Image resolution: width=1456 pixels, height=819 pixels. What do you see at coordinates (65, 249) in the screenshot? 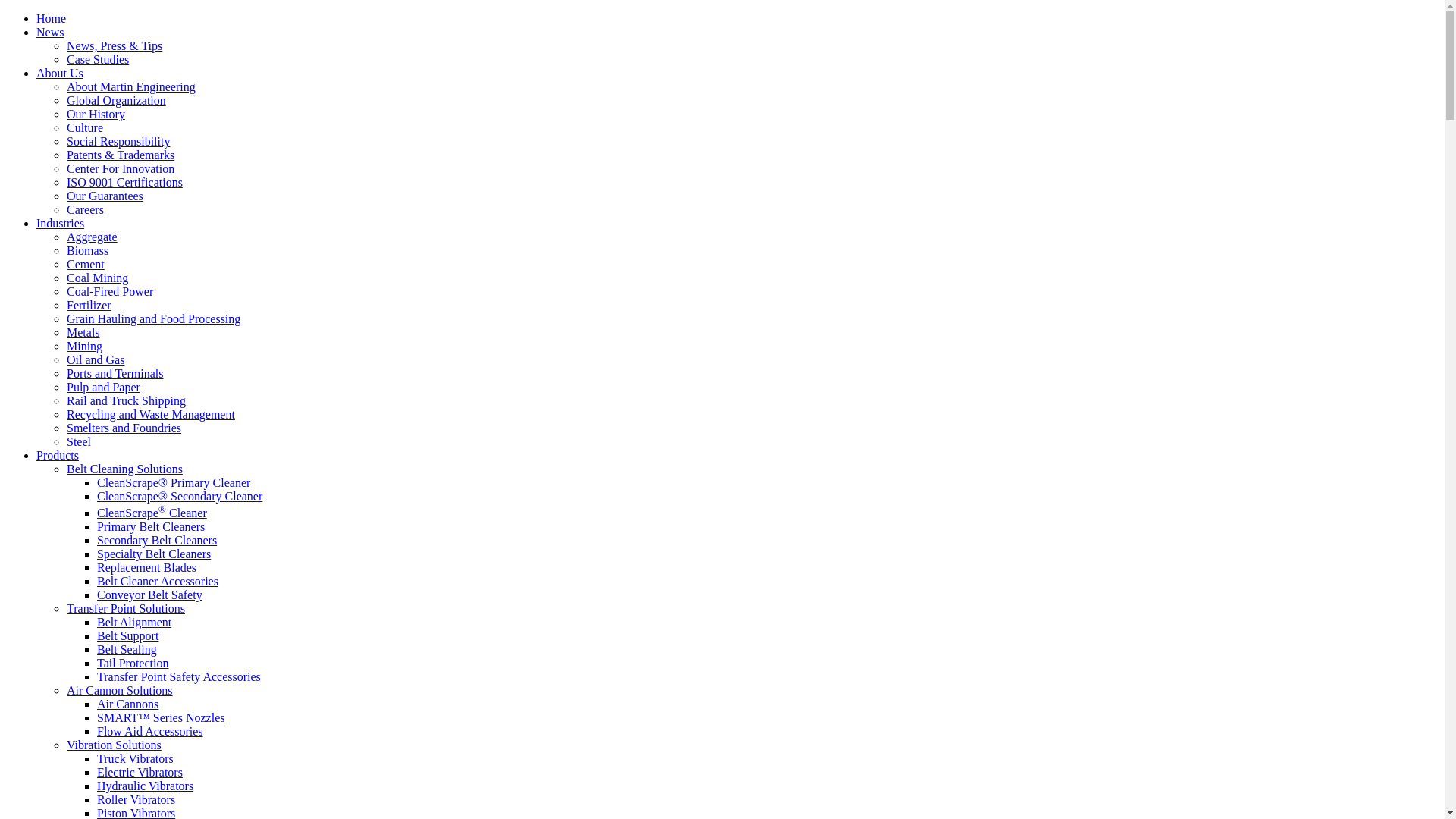
I see `'Biomass'` at bounding box center [65, 249].